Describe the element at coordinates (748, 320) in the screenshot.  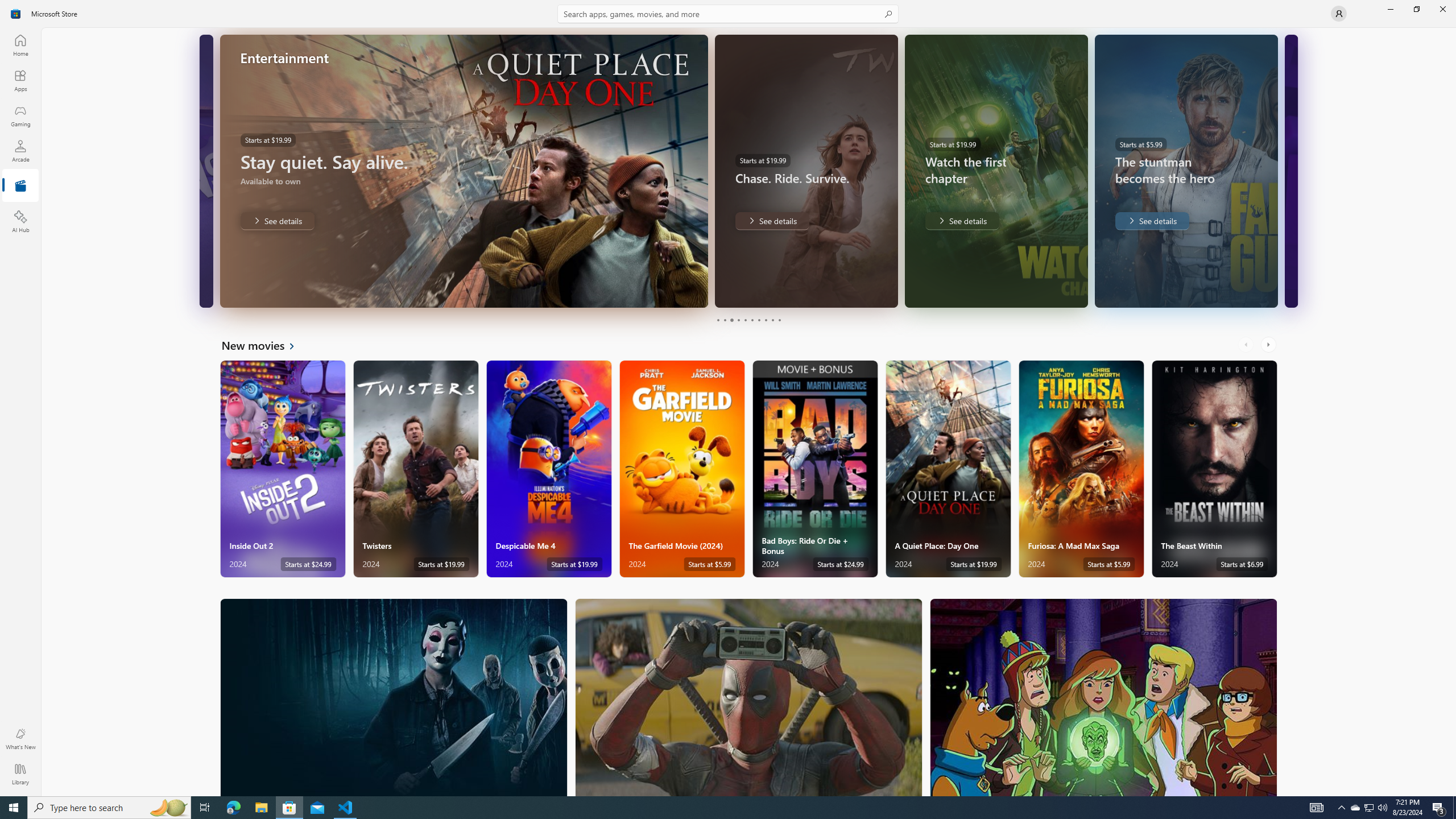
I see `'Pager'` at that location.